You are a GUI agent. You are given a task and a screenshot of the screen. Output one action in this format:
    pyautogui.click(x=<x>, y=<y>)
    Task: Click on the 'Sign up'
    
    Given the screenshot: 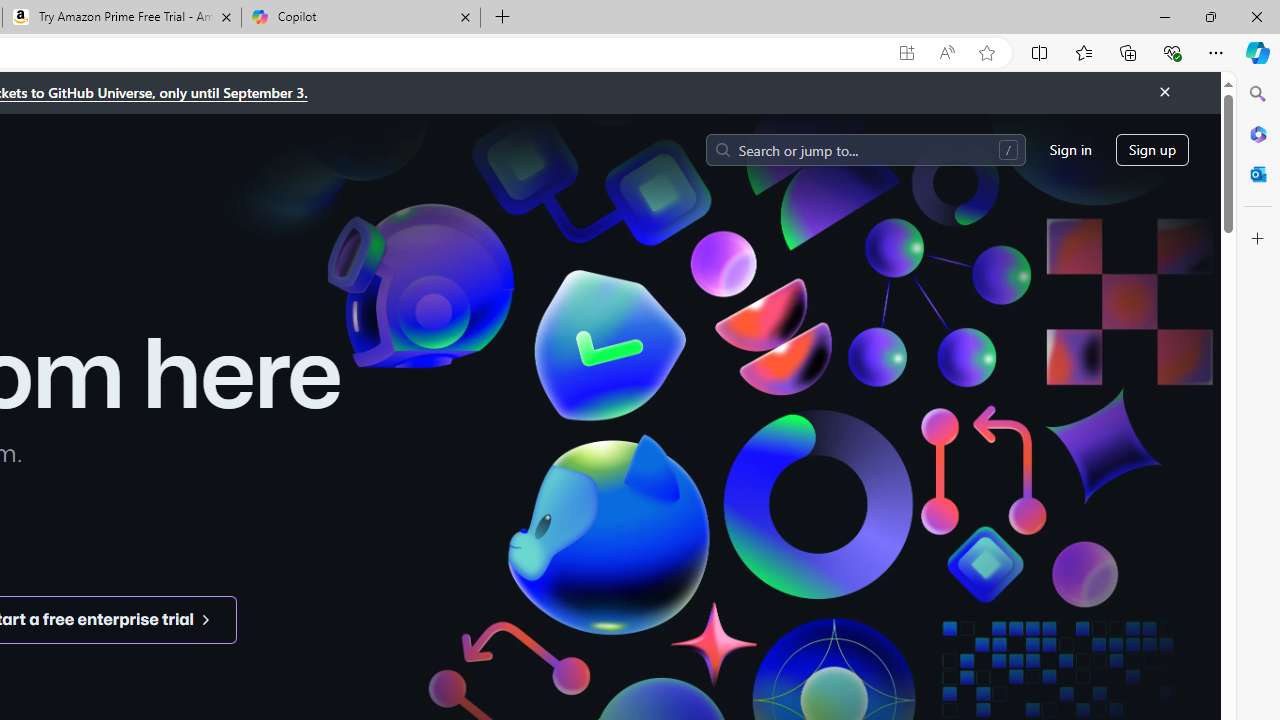 What is the action you would take?
    pyautogui.click(x=1152, y=148)
    